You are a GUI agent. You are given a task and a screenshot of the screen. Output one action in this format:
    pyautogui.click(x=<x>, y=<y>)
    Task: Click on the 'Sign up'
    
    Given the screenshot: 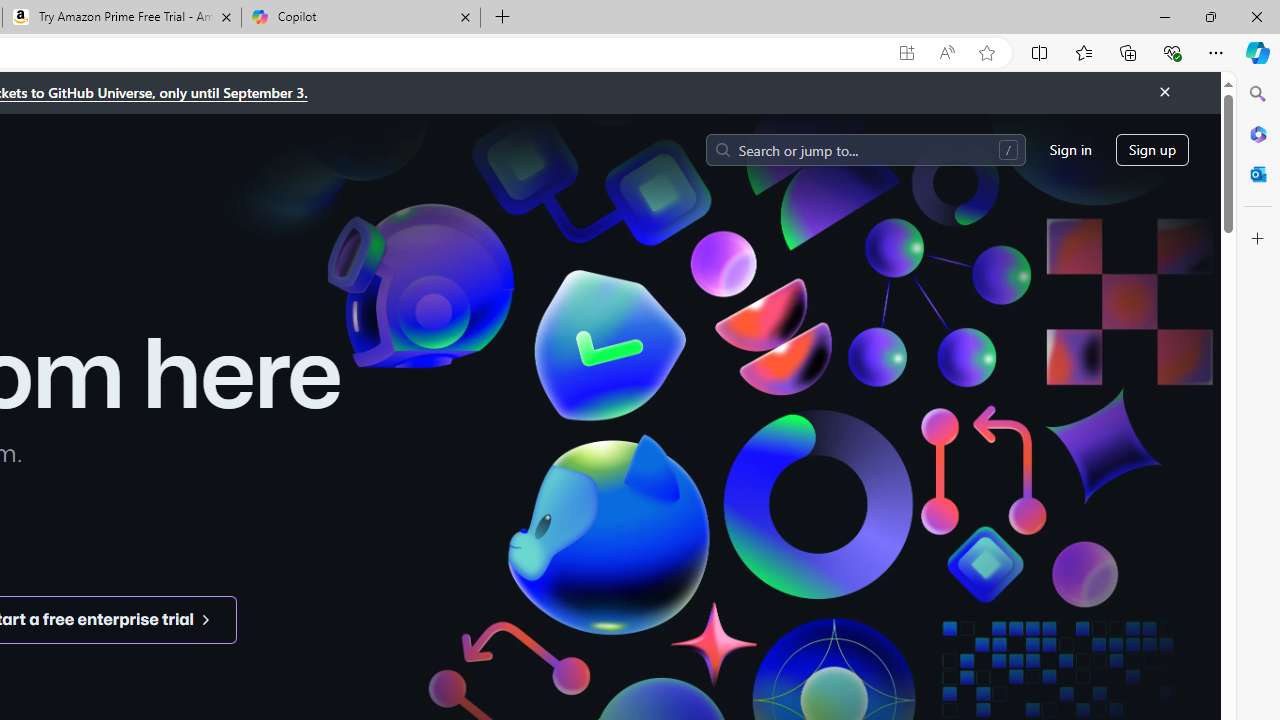 What is the action you would take?
    pyautogui.click(x=1152, y=148)
    